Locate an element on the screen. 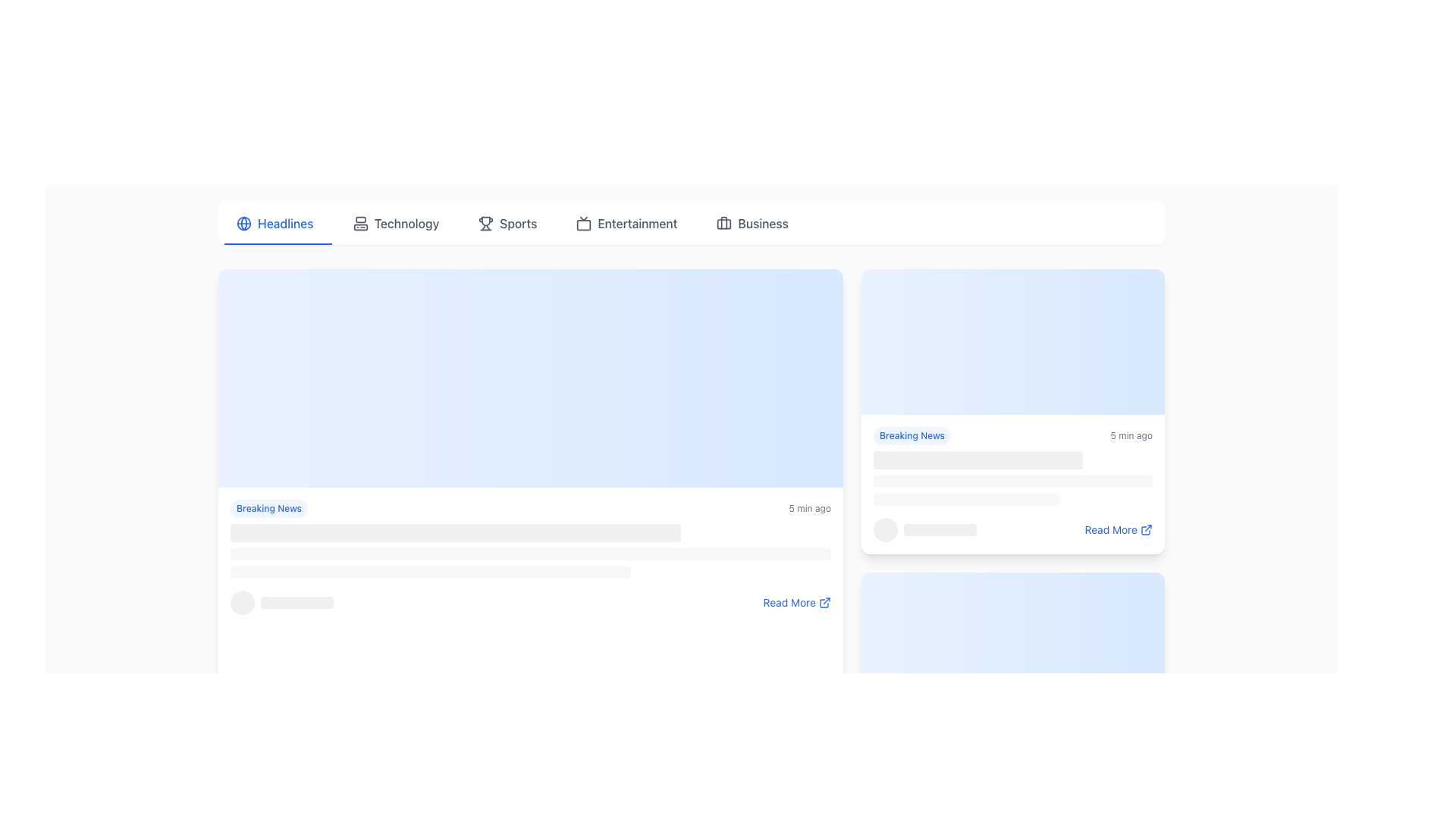 This screenshot has height=819, width=1456. the text label displaying '5 min ago', which is part of a timestamp in the third column of the page, located to the right of the 'Breaking News' label is located at coordinates (1131, 435).